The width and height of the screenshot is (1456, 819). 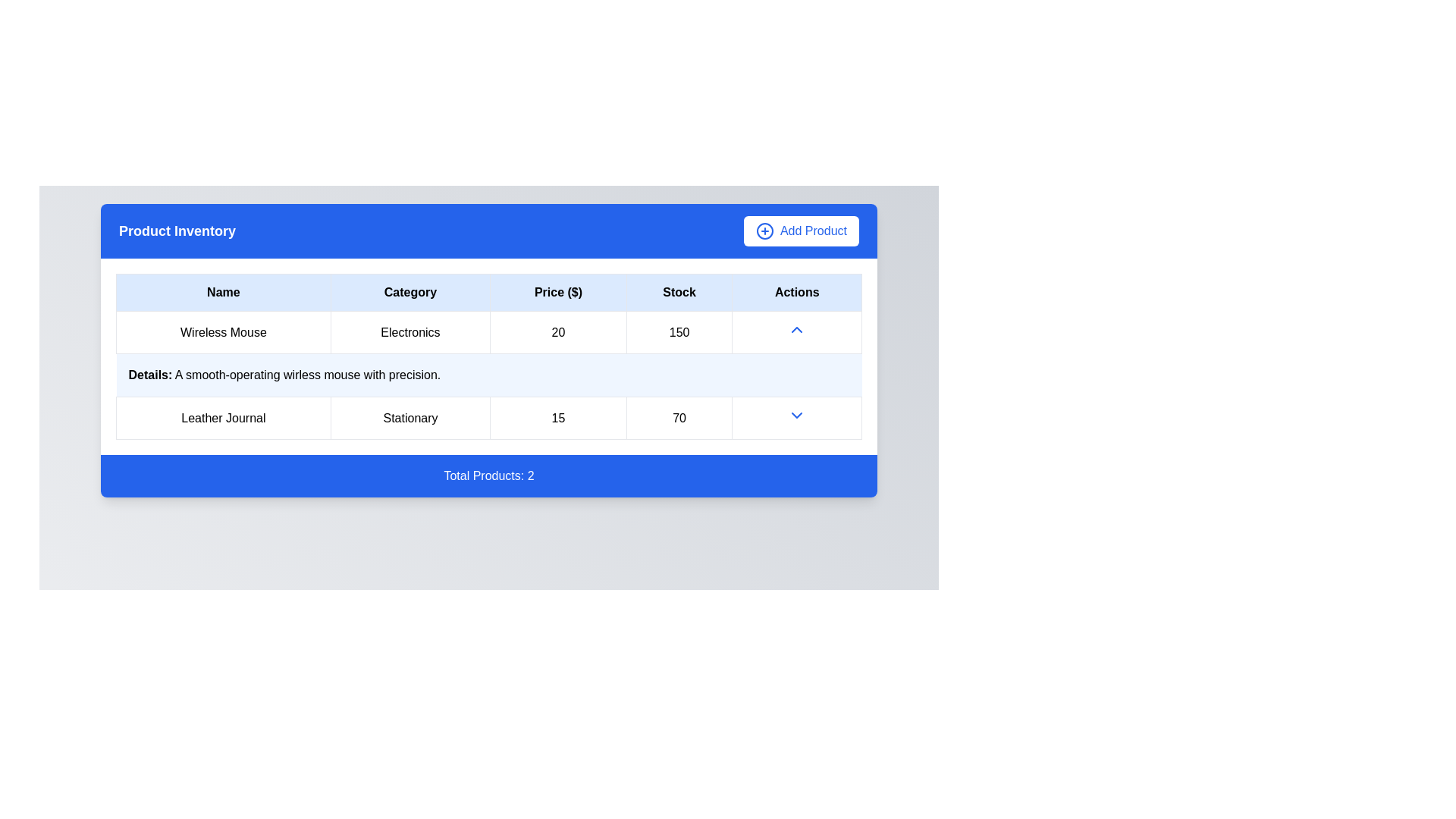 What do you see at coordinates (410, 292) in the screenshot?
I see `the Table Header with light blue background and bold text 'Category', which is the second column header in the table` at bounding box center [410, 292].